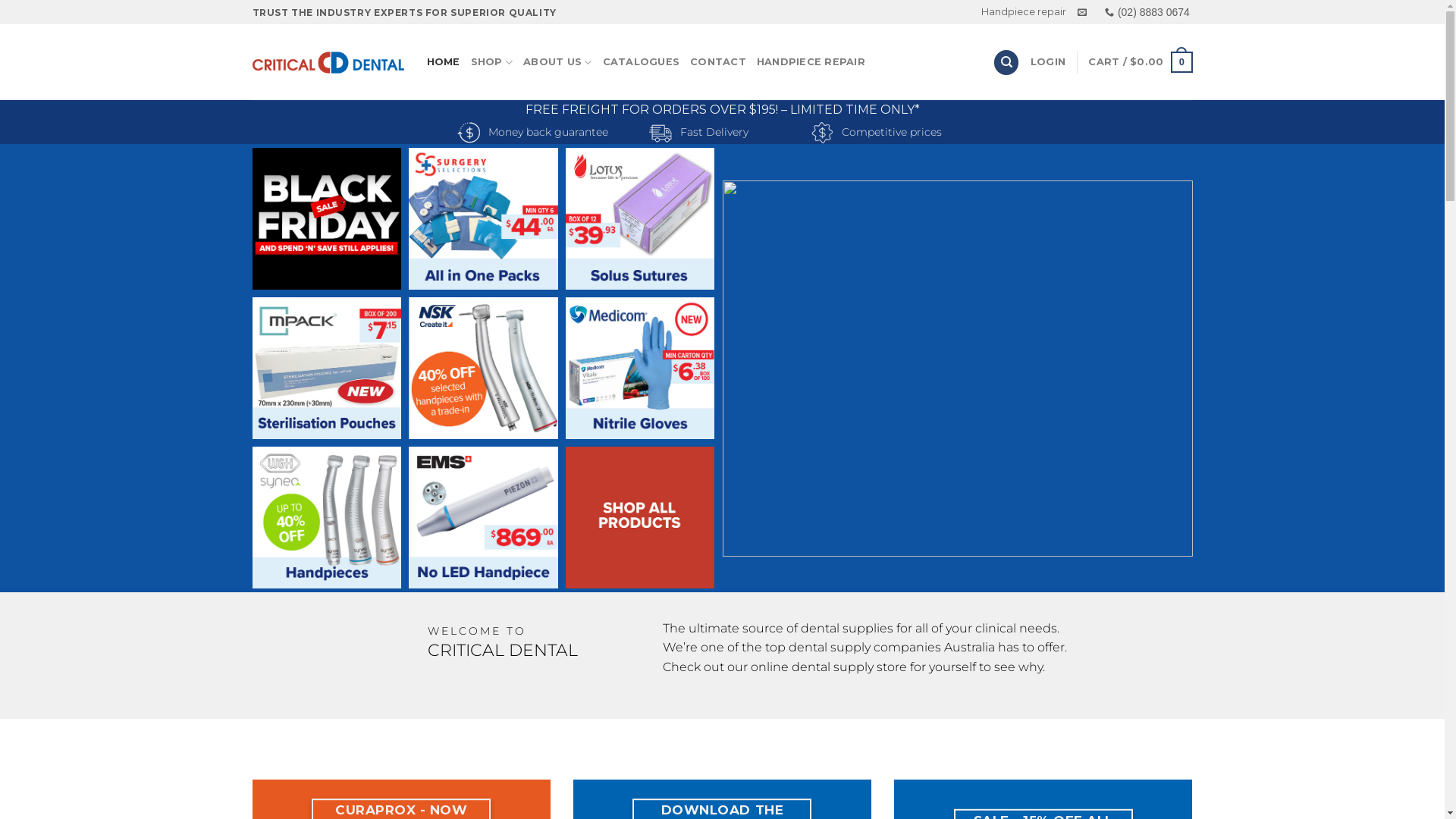 The height and width of the screenshot is (819, 1456). Describe the element at coordinates (1081, 12) in the screenshot. I see `'Send us an email'` at that location.